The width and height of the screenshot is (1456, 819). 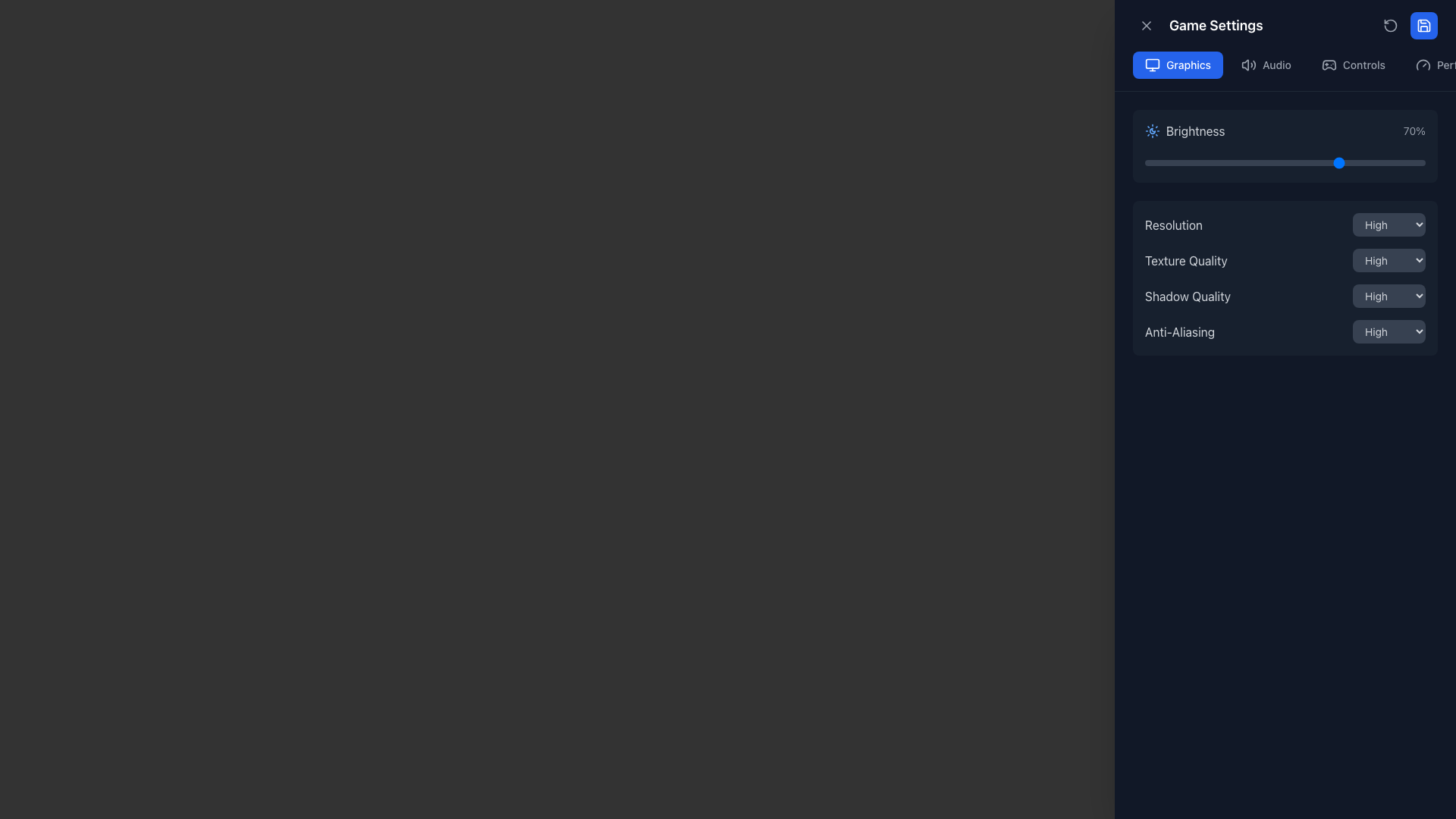 I want to click on the brightness level, so click(x=1276, y=163).